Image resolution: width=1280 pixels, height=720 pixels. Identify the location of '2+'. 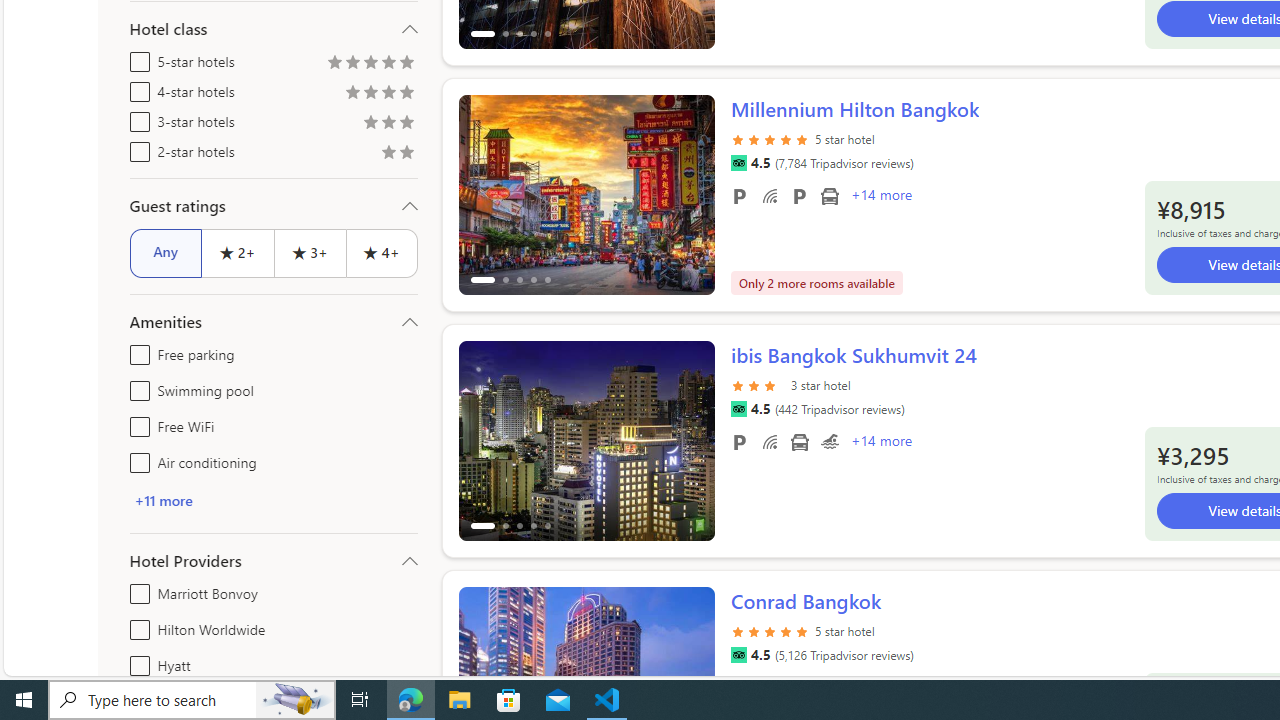
(237, 252).